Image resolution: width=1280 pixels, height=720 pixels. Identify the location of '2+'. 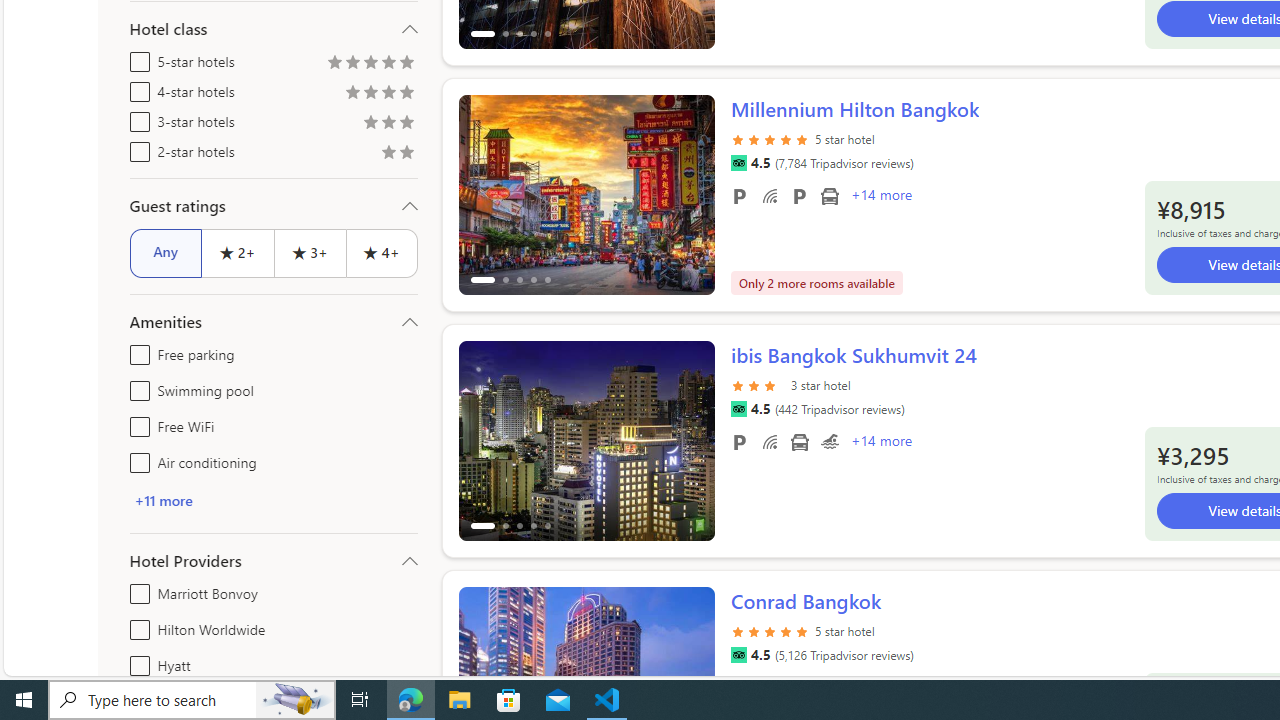
(237, 252).